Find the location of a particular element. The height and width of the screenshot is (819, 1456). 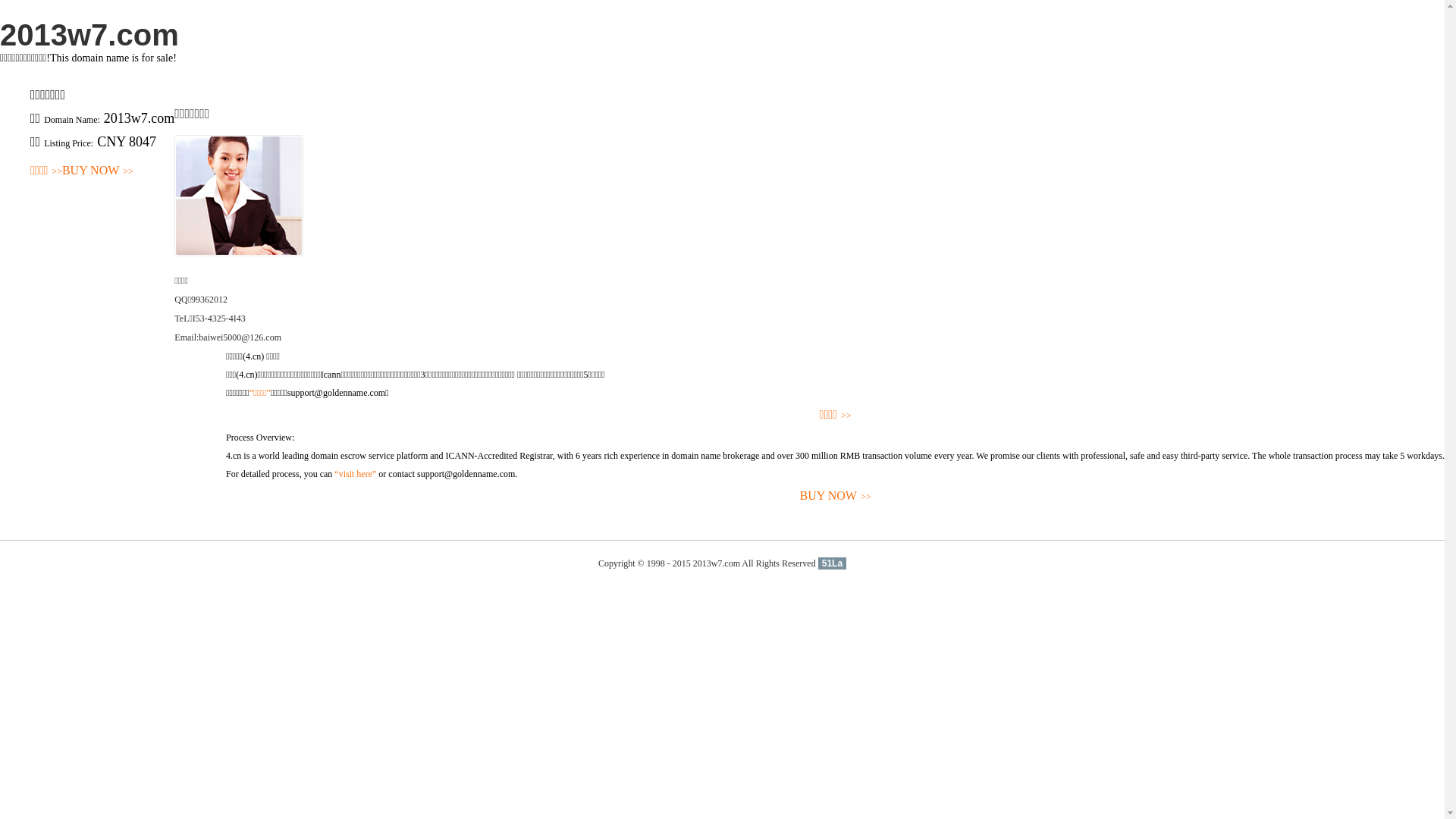

'51La' is located at coordinates (831, 563).